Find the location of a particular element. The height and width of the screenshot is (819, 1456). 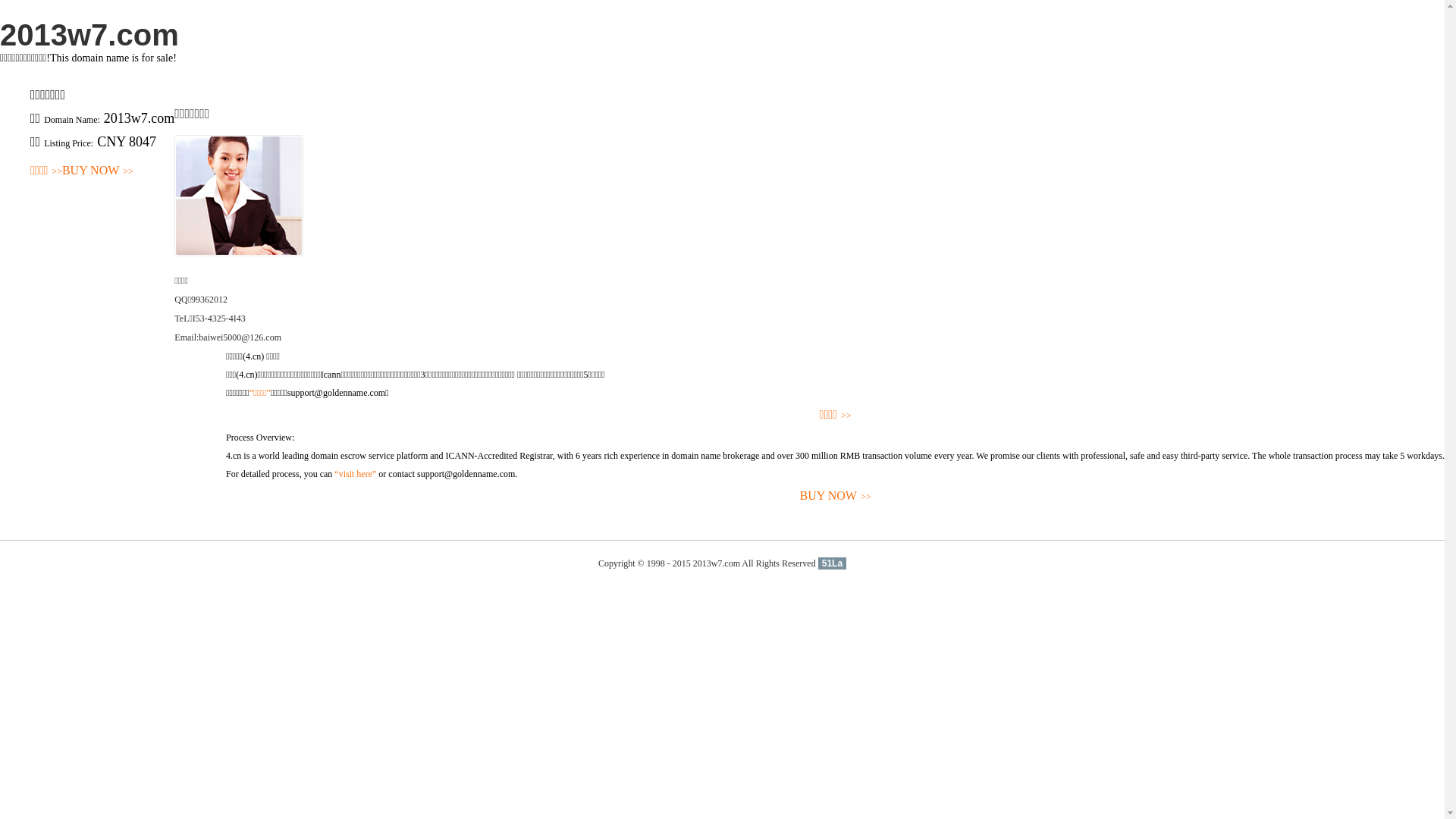

'51La' is located at coordinates (831, 563).